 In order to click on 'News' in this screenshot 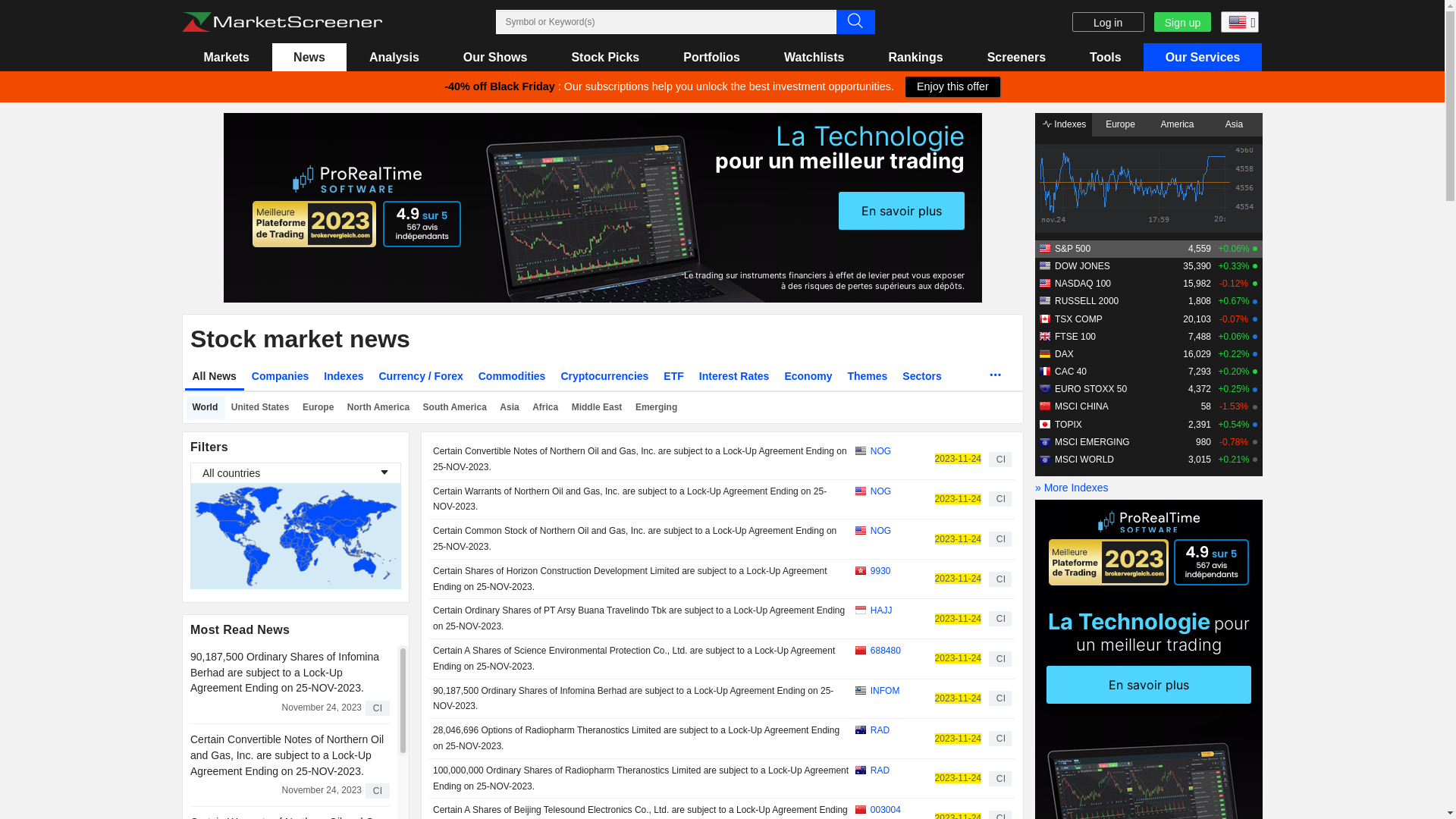, I will do `click(309, 56)`.